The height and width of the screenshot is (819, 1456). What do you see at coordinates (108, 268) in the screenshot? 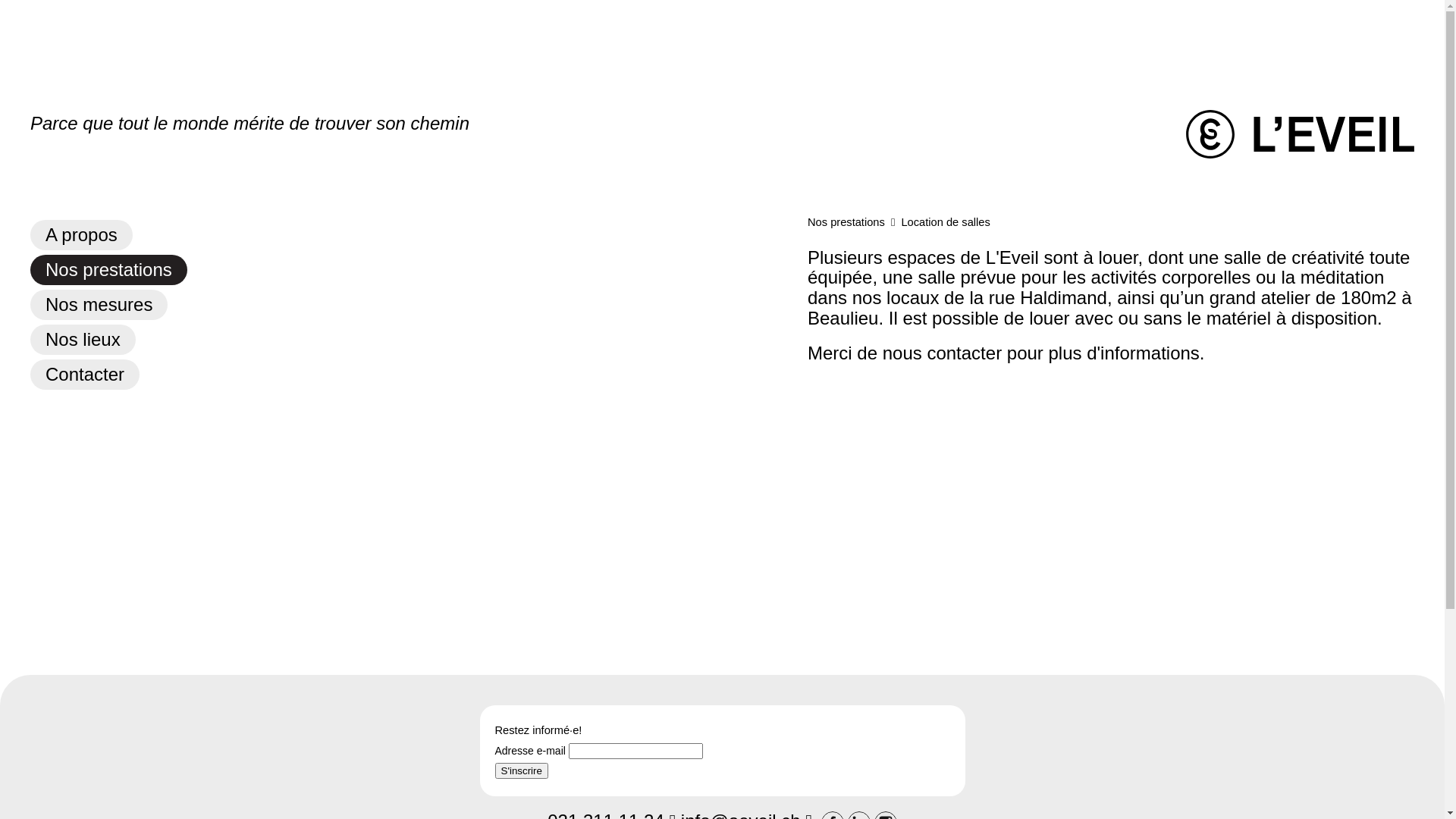
I see `'Nos prestations'` at bounding box center [108, 268].